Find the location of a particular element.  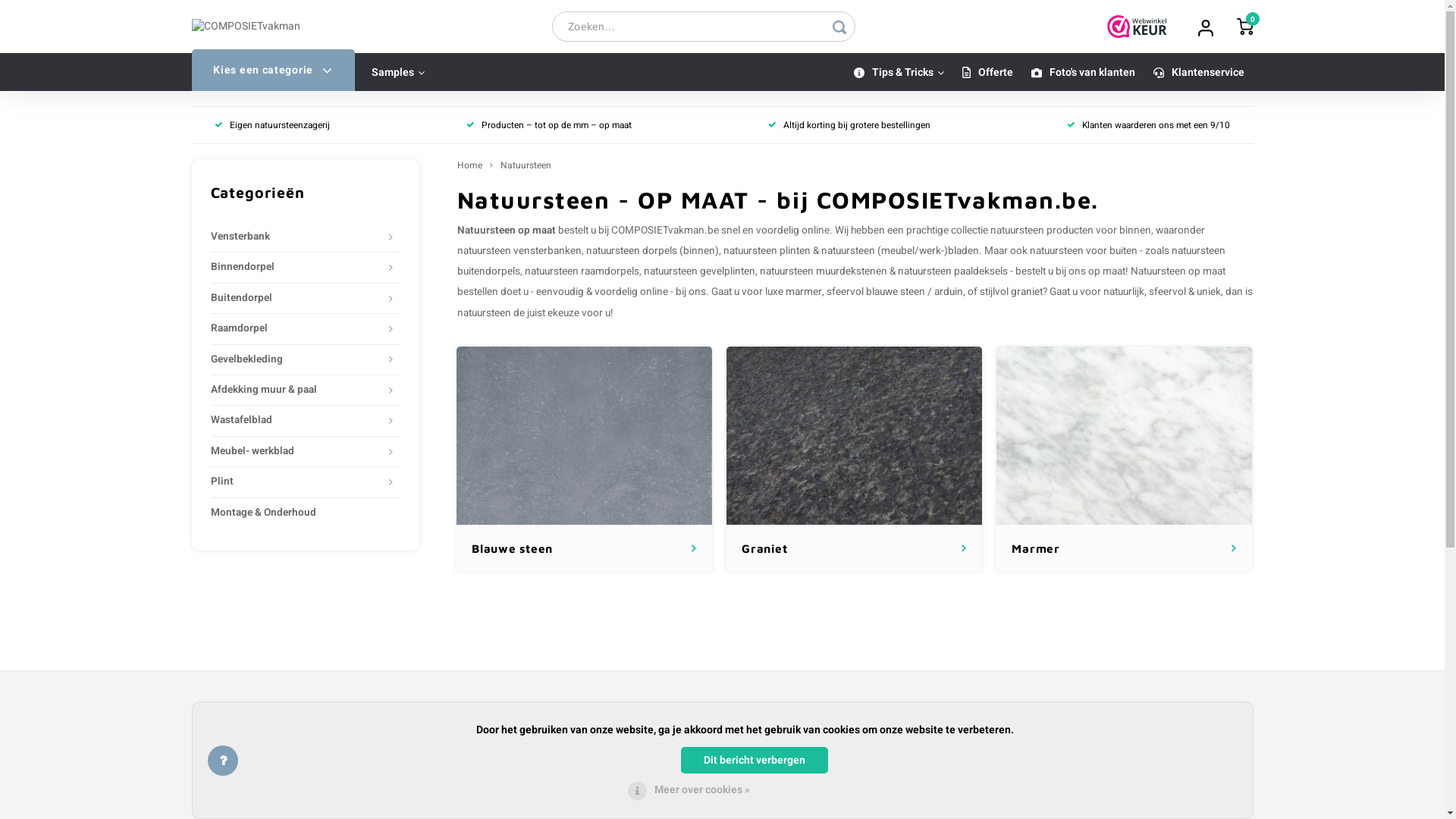

'Marmer' is located at coordinates (1124, 435).